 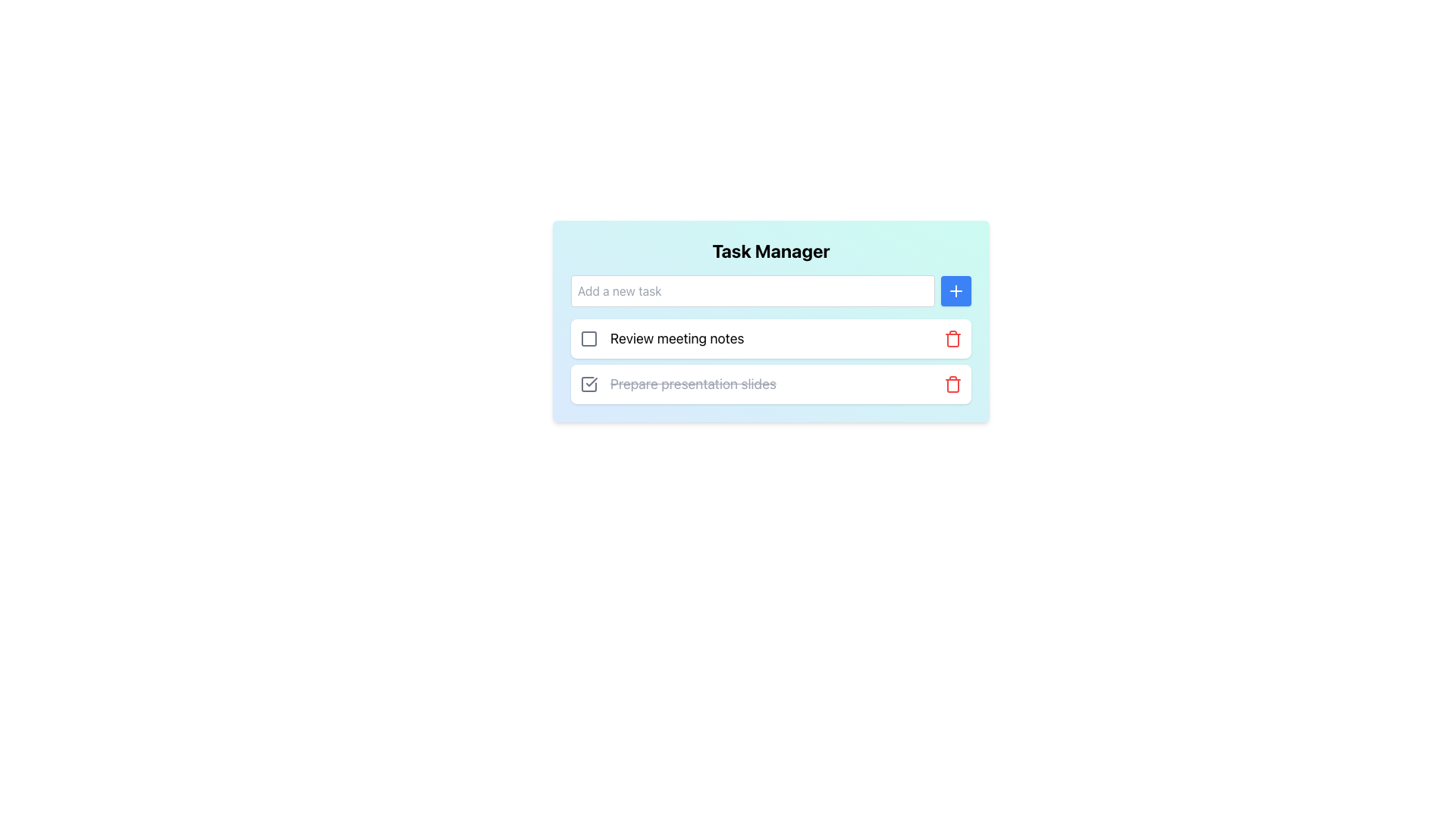 What do you see at coordinates (952, 383) in the screenshot?
I see `the delete Icon button located at the far right of the task entry row titled 'Prepare presentation slides'` at bounding box center [952, 383].